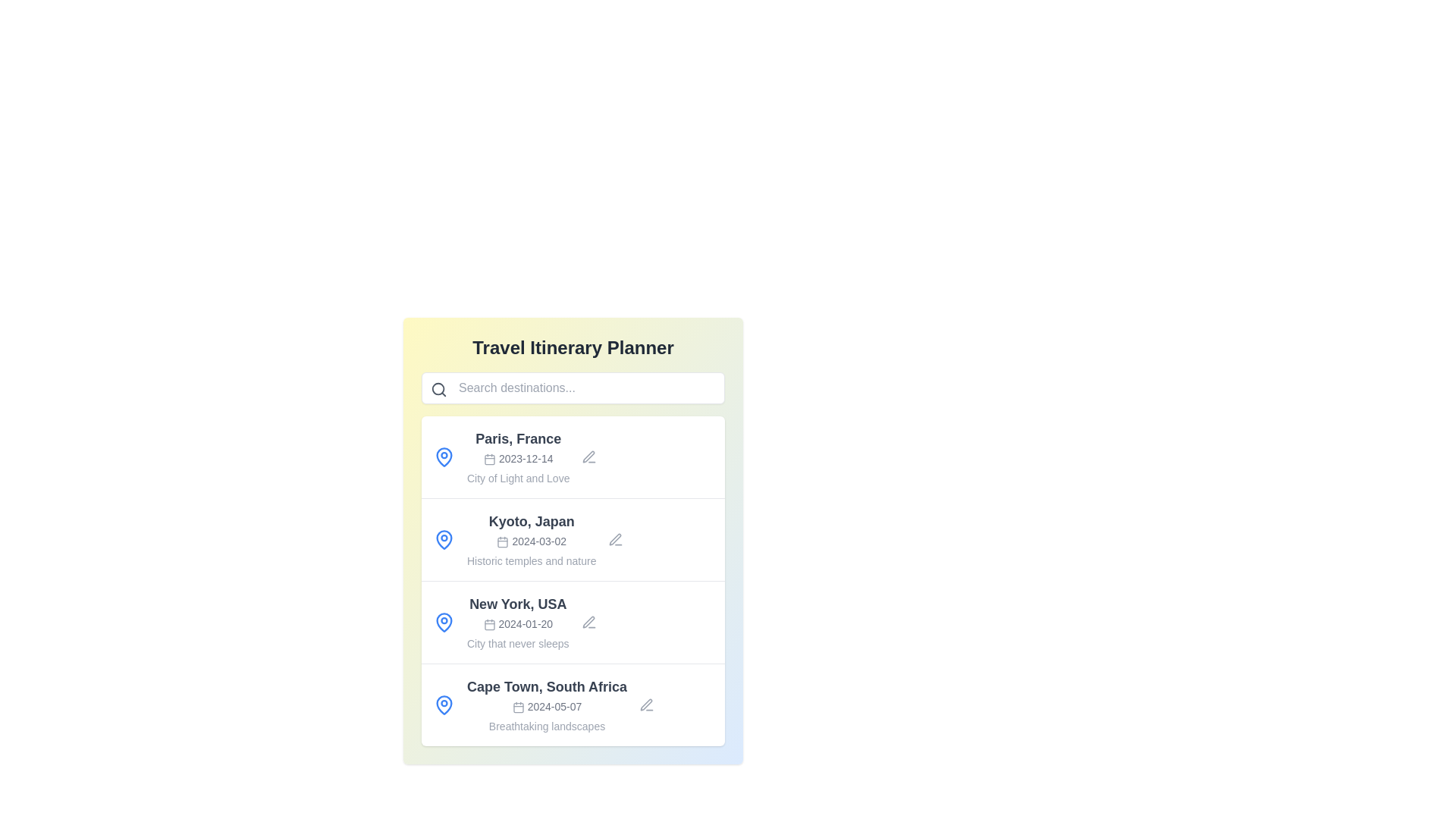 Image resolution: width=1456 pixels, height=819 pixels. I want to click on the visual representation of the location pin icon, which is a blue outlined map marker placed to the left of the text 'New York, USA', so click(443, 623).